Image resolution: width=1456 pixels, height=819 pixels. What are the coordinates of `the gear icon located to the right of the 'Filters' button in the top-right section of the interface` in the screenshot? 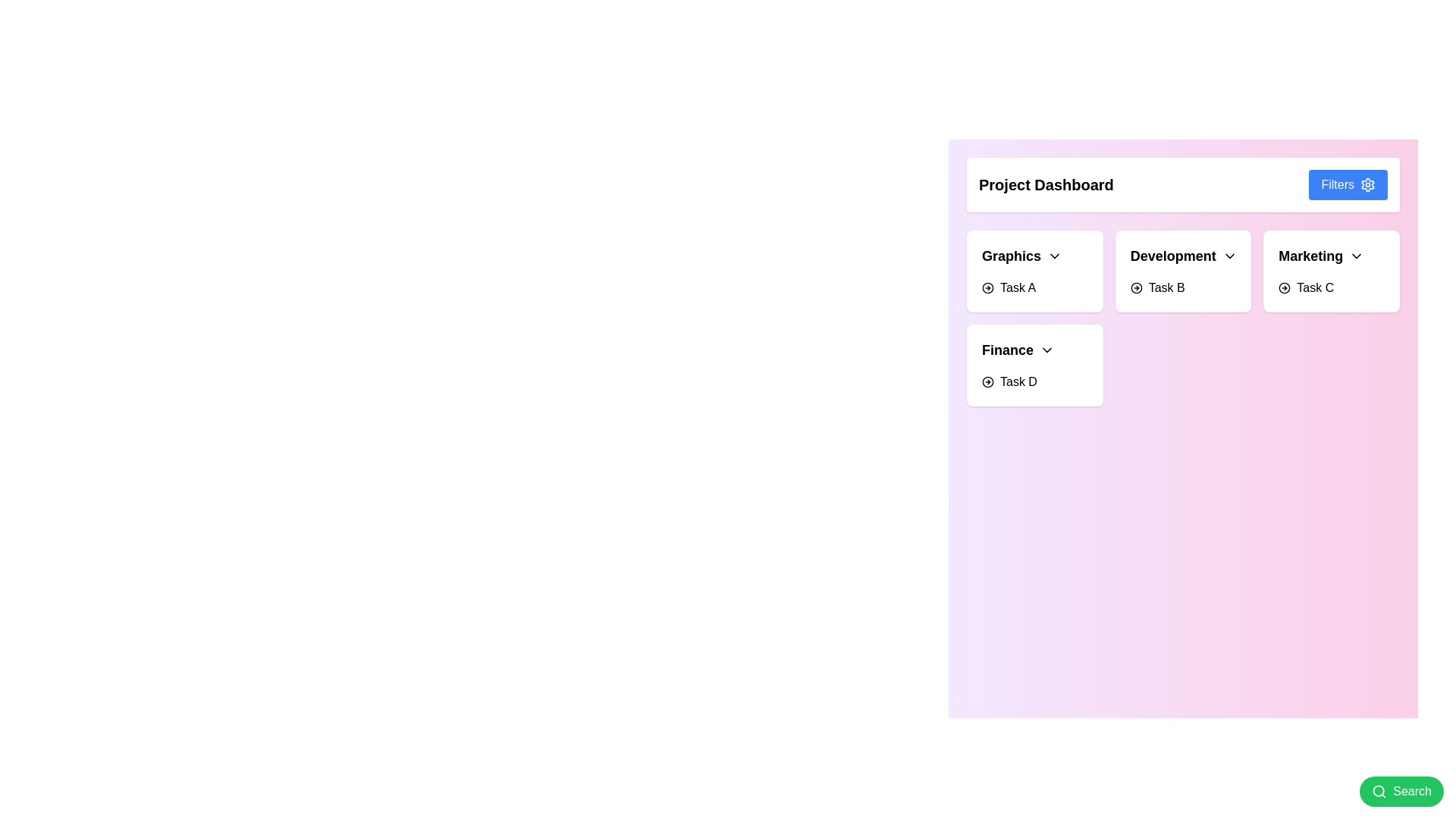 It's located at (1368, 184).